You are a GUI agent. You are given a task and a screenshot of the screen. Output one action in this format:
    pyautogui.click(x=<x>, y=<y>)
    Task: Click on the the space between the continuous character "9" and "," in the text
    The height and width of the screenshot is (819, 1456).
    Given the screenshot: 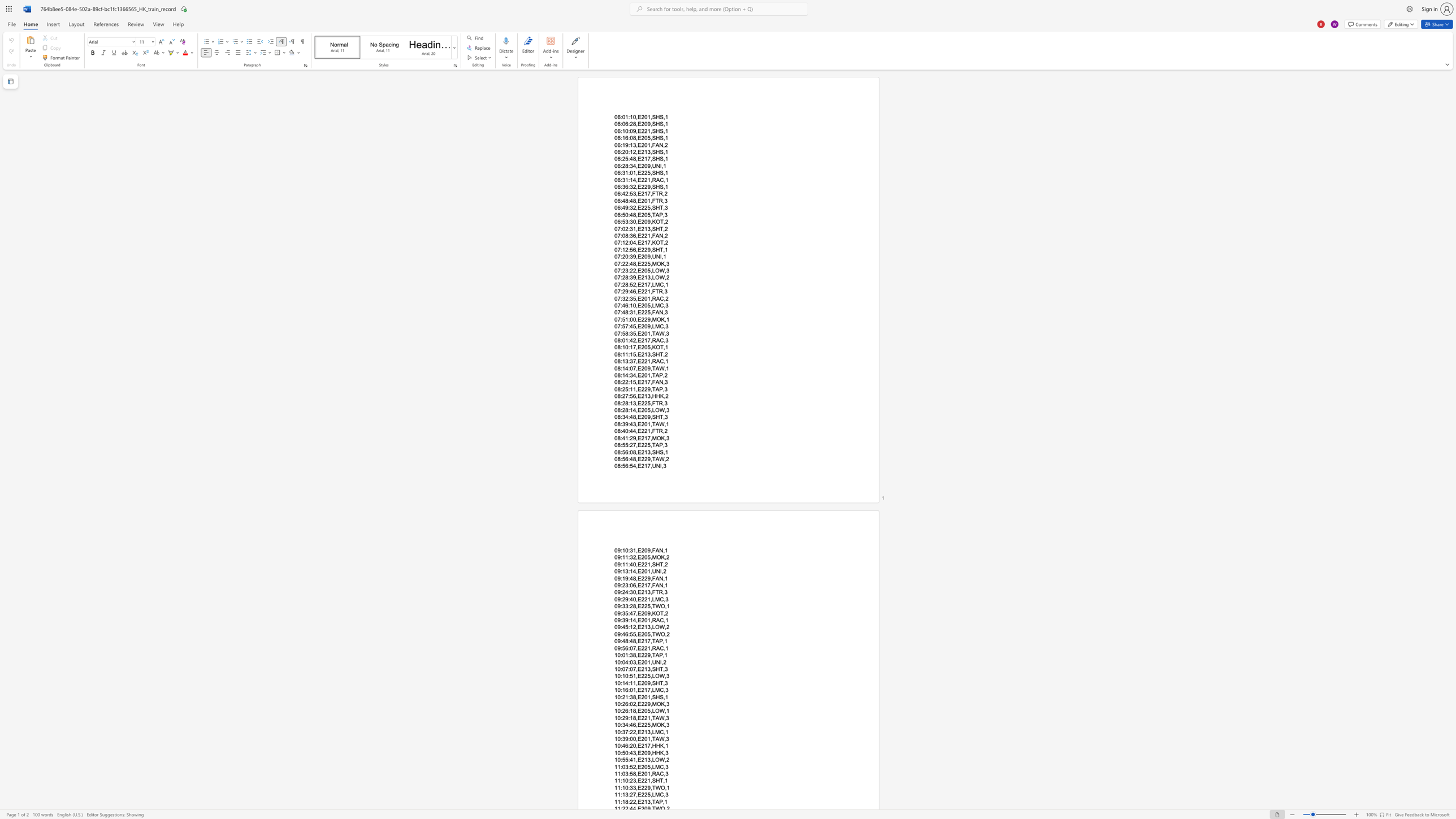 What is the action you would take?
    pyautogui.click(x=635, y=130)
    